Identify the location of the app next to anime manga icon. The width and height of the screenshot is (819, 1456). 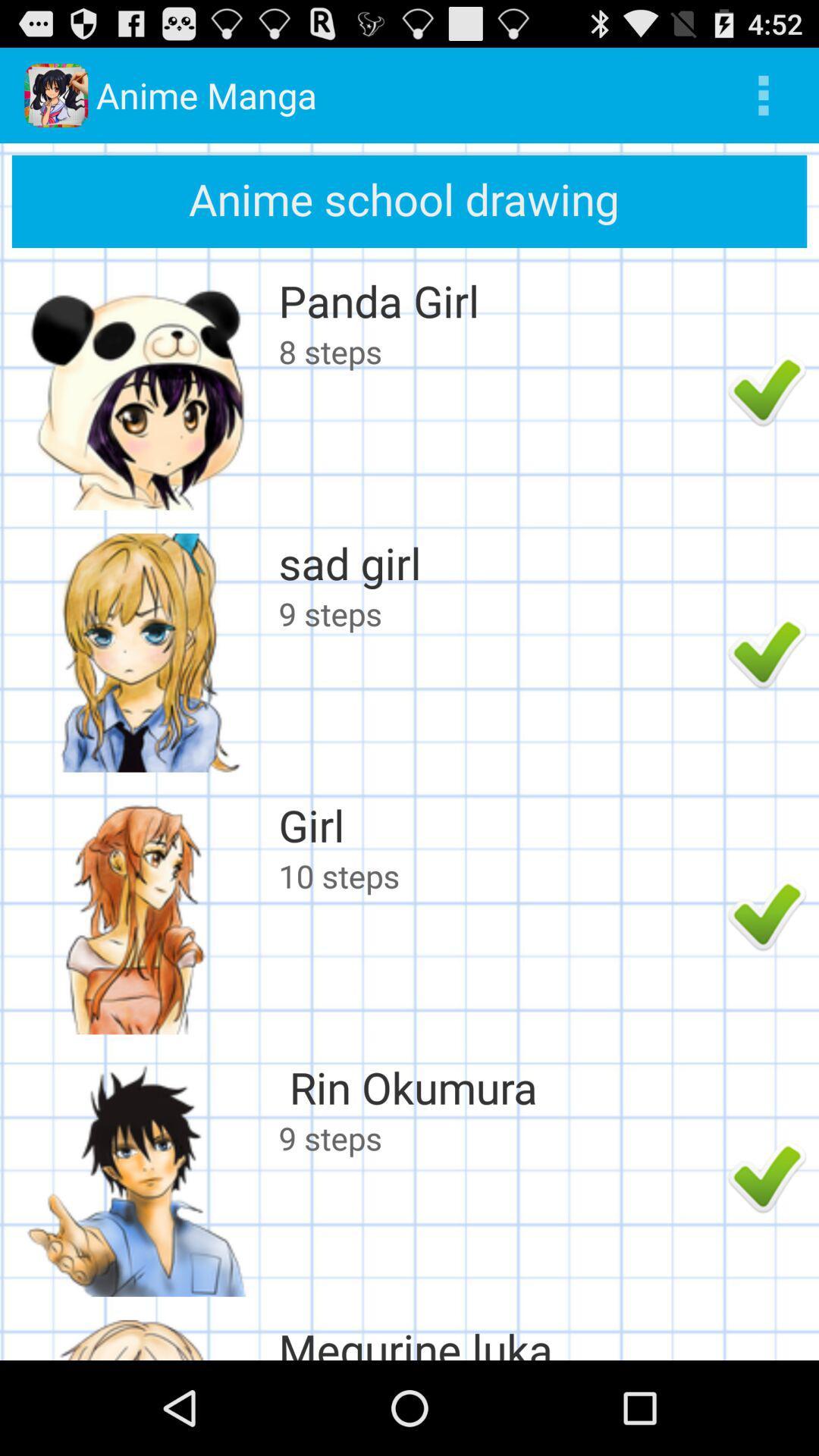
(763, 94).